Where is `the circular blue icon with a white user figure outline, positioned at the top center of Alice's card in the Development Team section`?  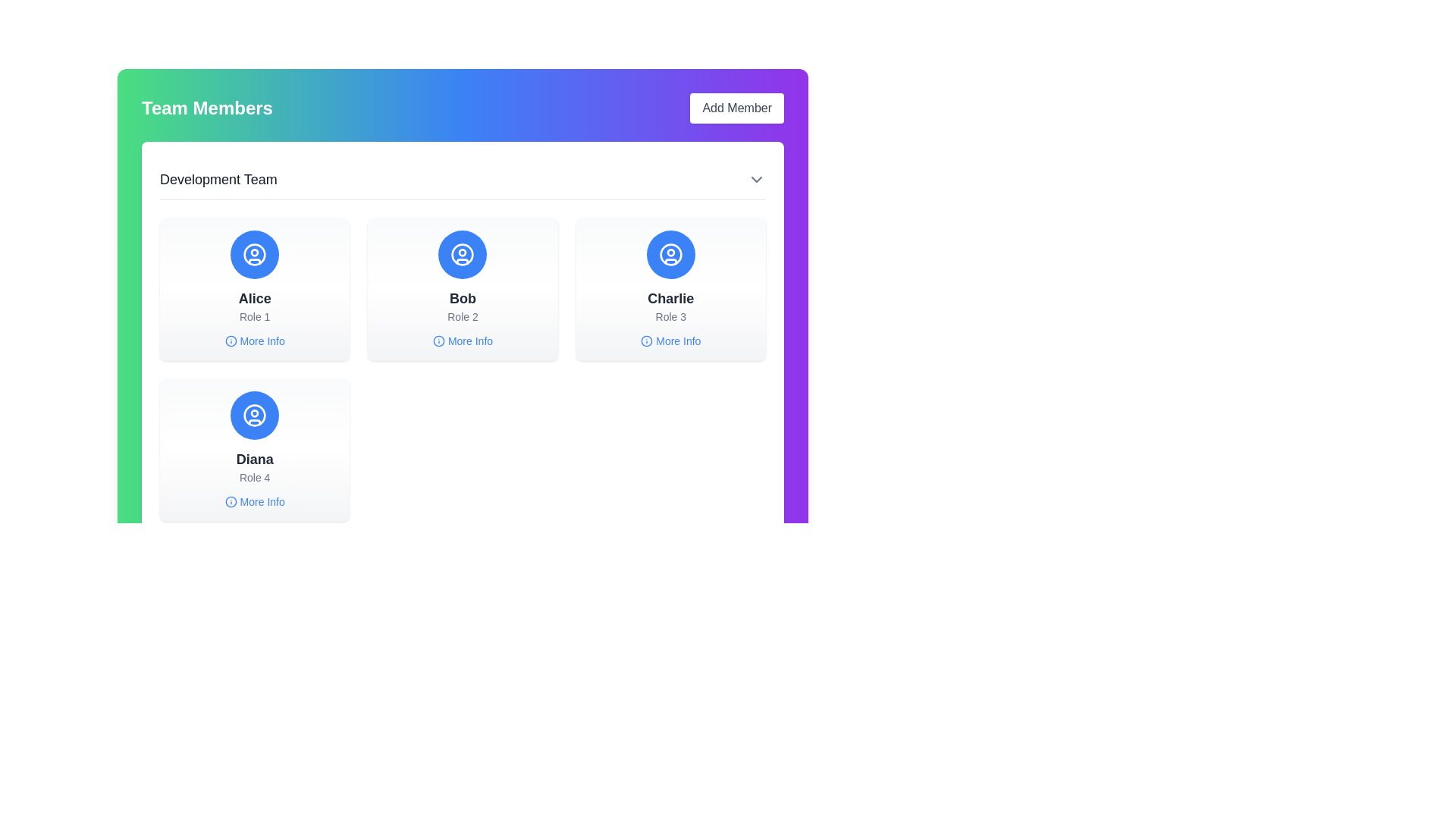
the circular blue icon with a white user figure outline, positioned at the top center of Alice's card in the Development Team section is located at coordinates (255, 253).